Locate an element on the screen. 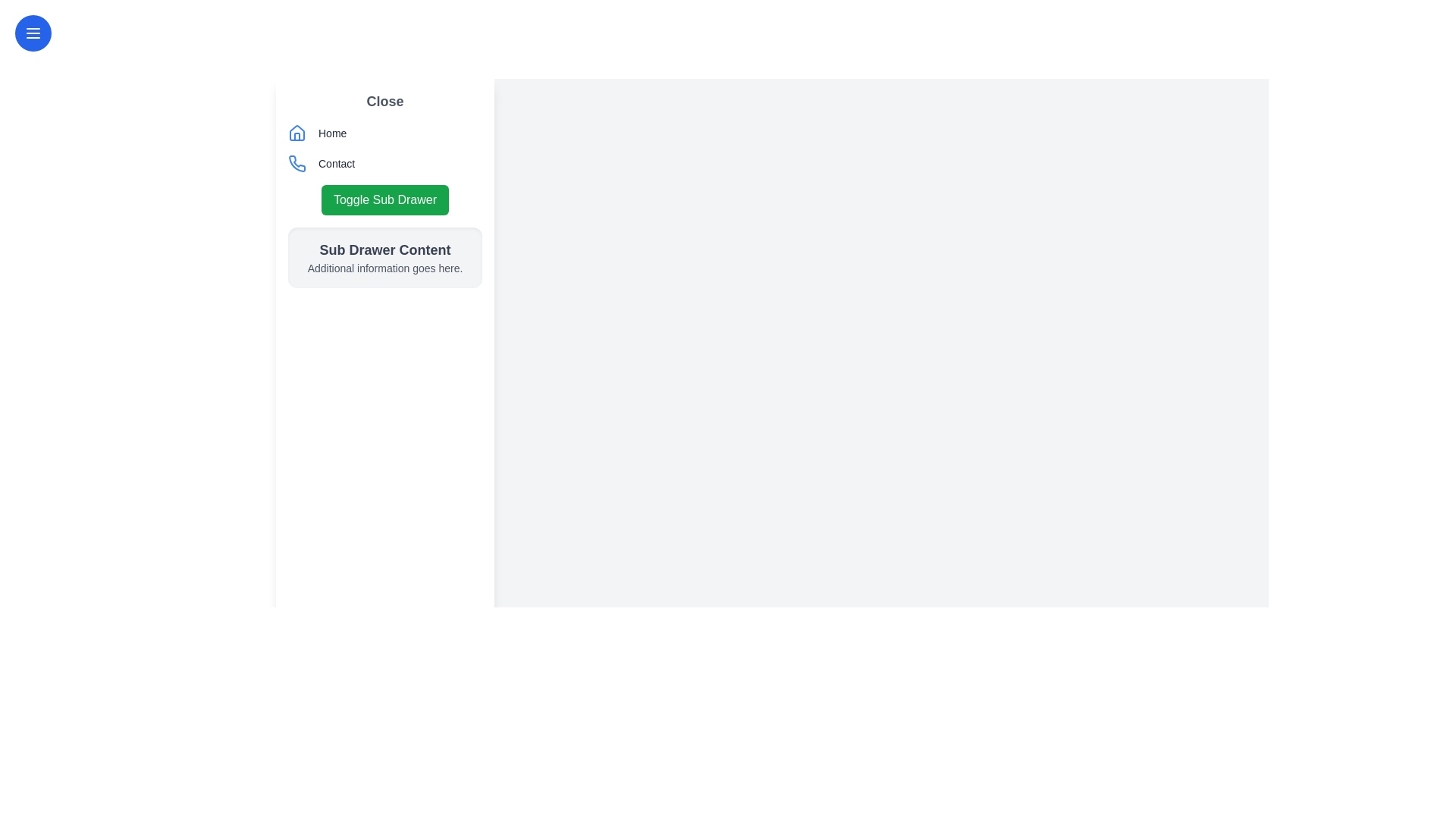 Image resolution: width=1456 pixels, height=819 pixels. the 'Home' label in light gray color, located to the right of the house icon in the left sidebar is located at coordinates (331, 133).